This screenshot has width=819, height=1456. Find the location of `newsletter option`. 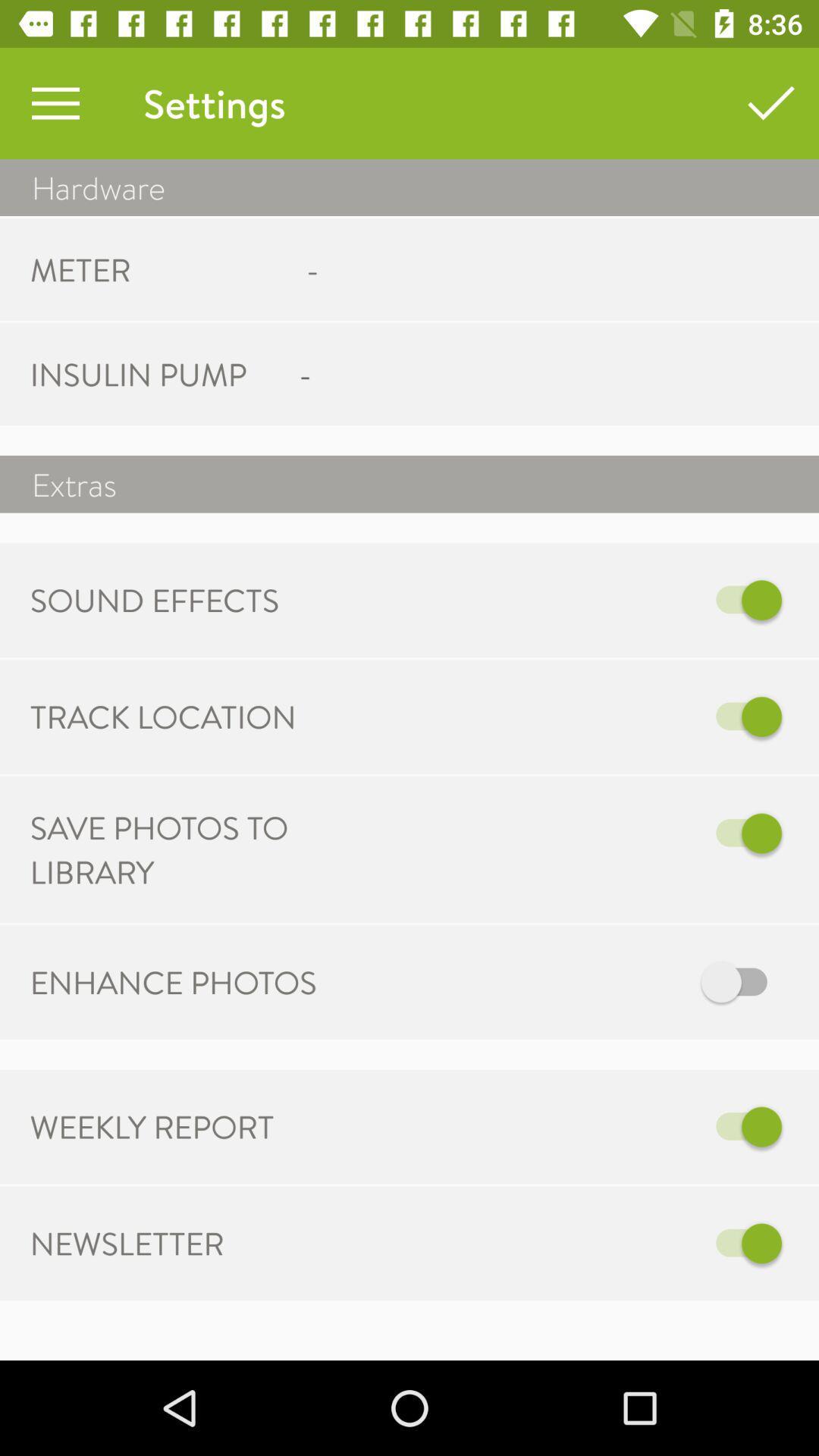

newsletter option is located at coordinates (566, 1243).